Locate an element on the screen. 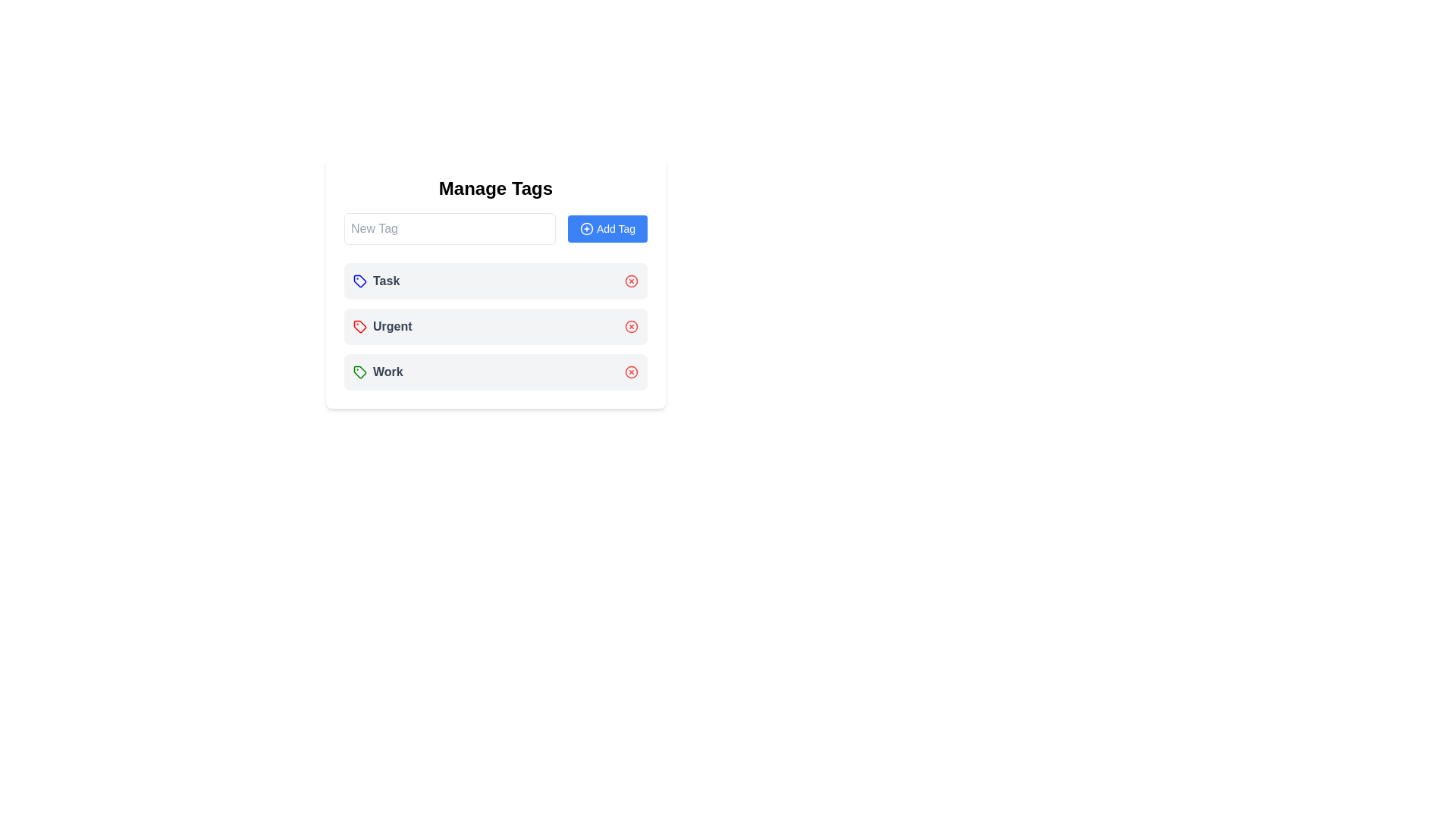  the tag icon with a blue stroke that is displayed adjacent to the text 'Task' is located at coordinates (359, 281).